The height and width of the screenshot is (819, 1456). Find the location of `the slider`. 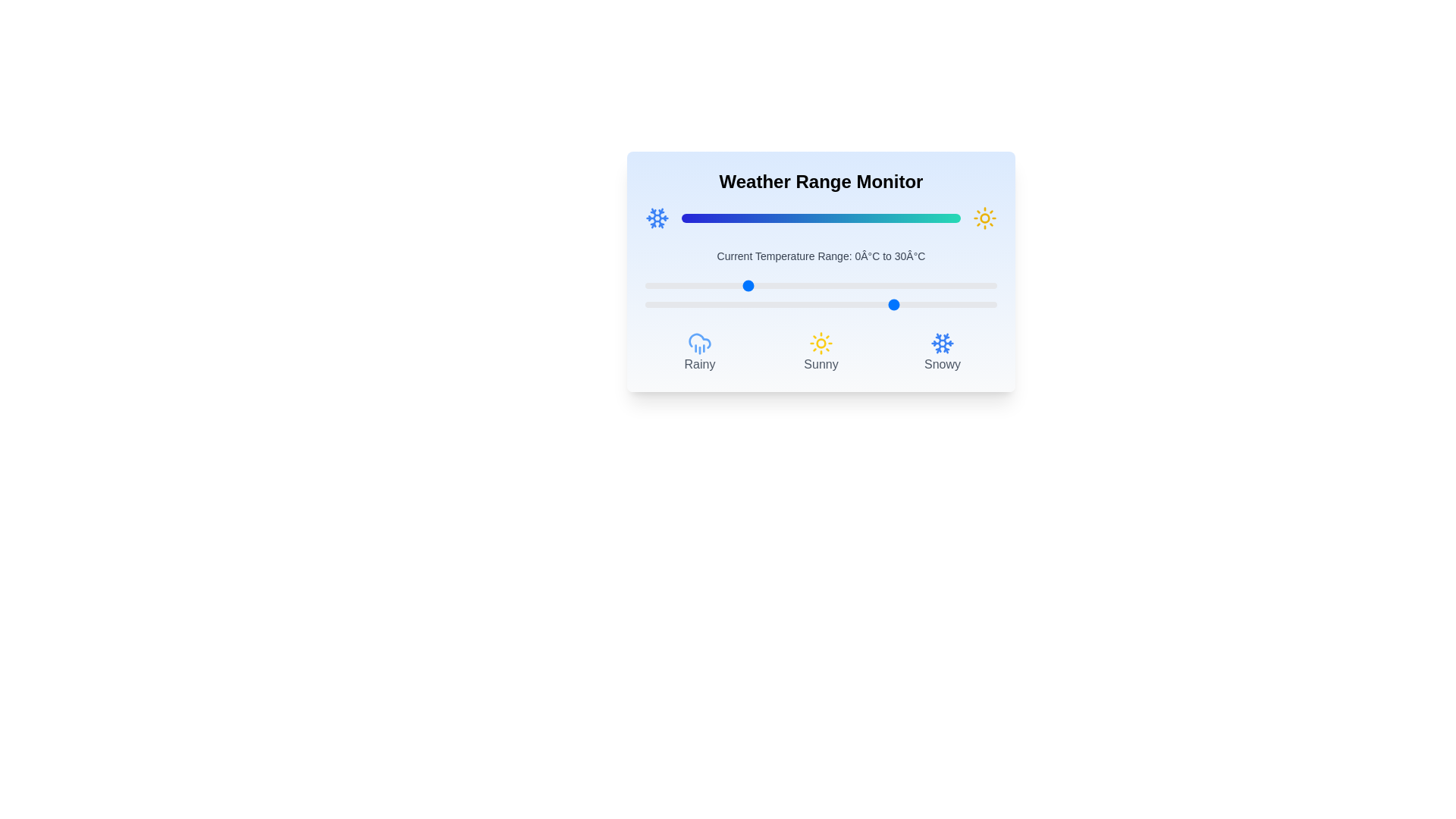

the slider is located at coordinates (961, 286).